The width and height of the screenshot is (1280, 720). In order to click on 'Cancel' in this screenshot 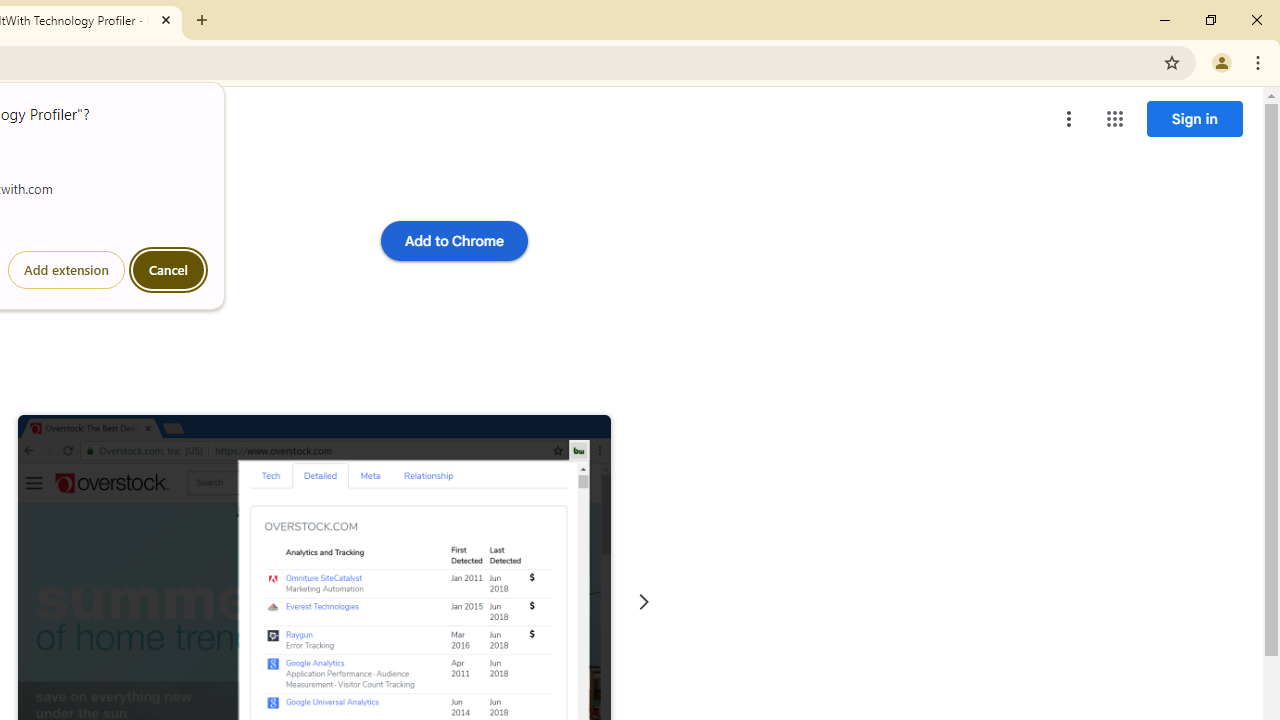, I will do `click(168, 270)`.